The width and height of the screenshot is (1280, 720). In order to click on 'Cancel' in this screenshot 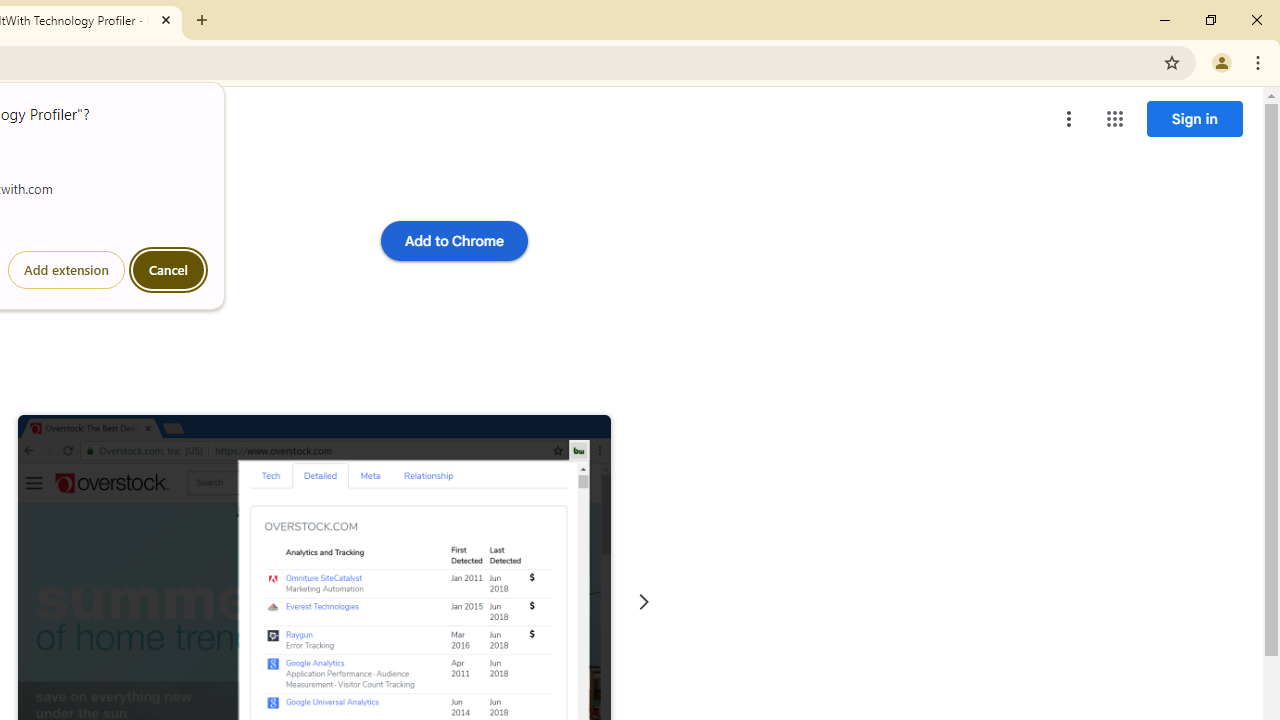, I will do `click(168, 270)`.